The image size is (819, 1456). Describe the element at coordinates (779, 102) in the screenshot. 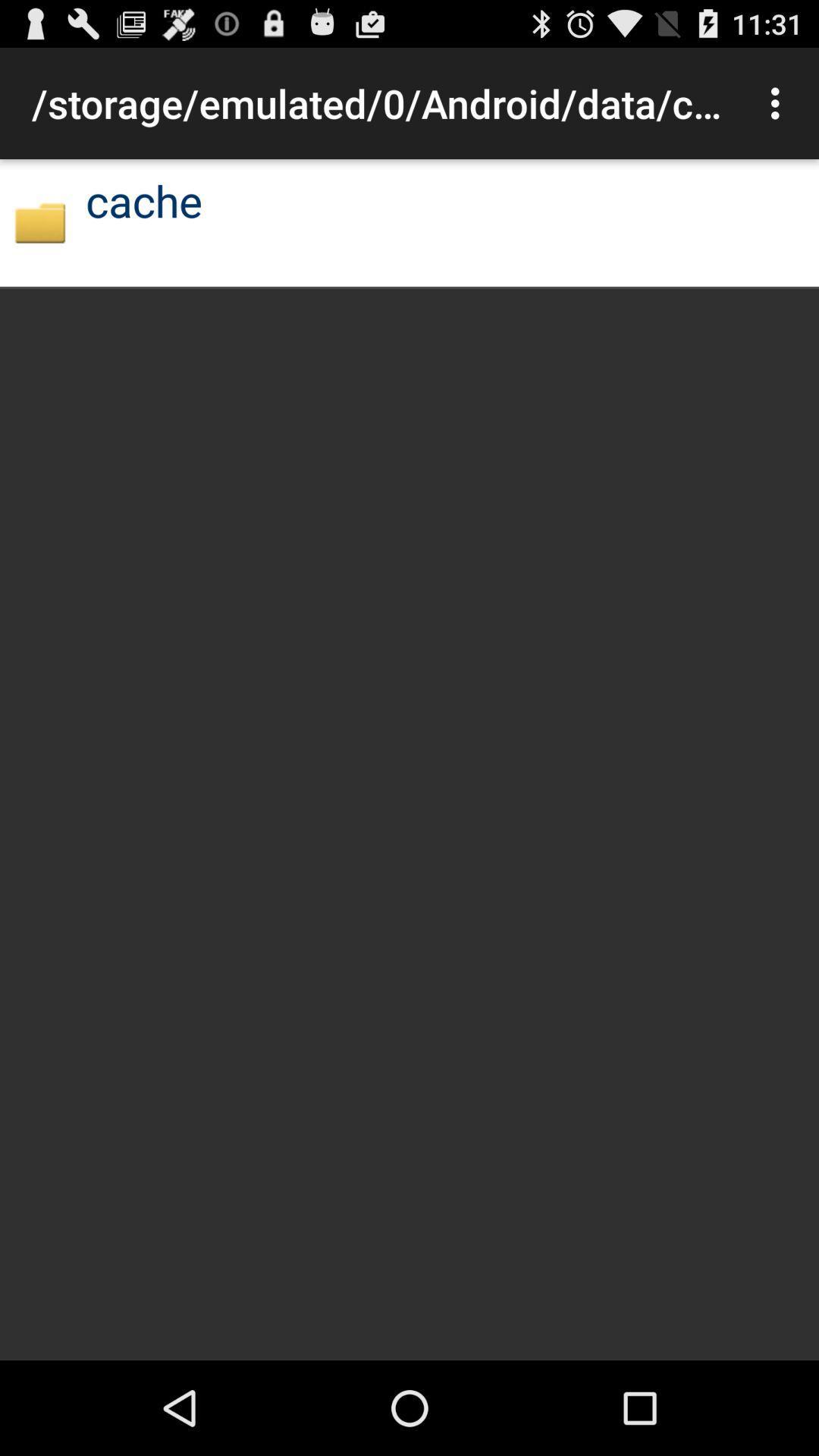

I see `item at the top right corner` at that location.